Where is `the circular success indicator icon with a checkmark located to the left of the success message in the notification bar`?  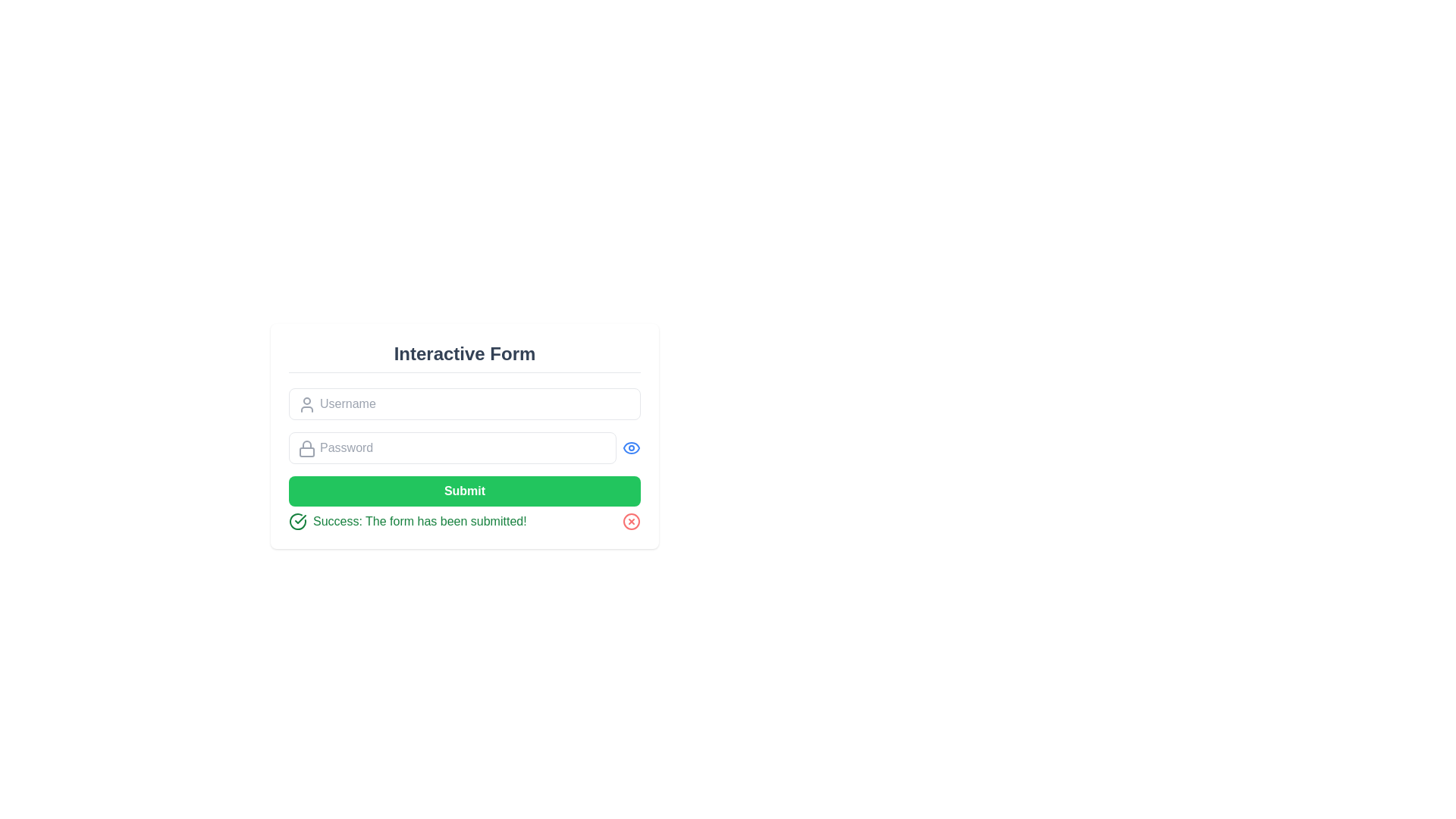
the circular success indicator icon with a checkmark located to the left of the success message in the notification bar is located at coordinates (298, 520).